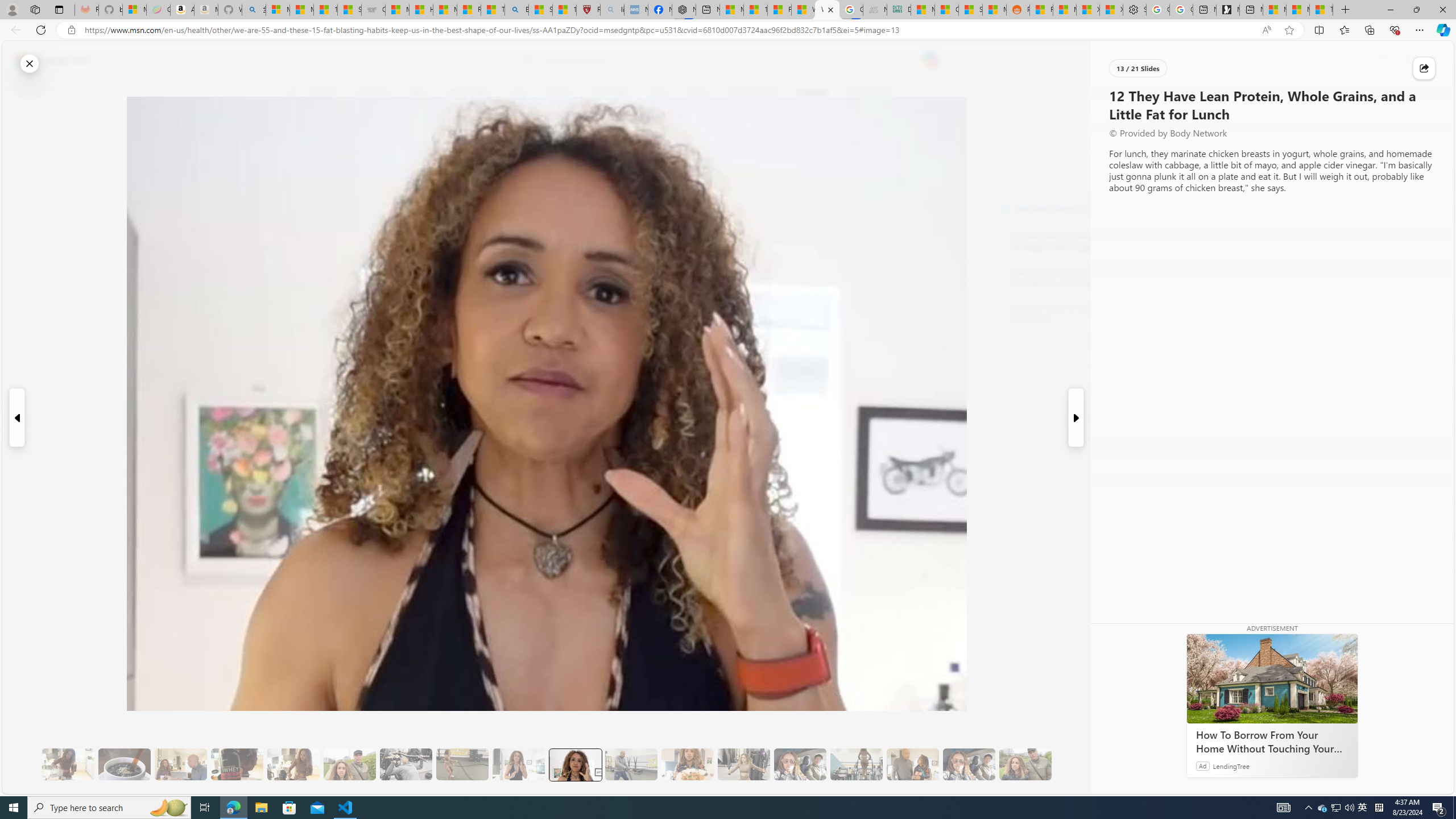 This screenshot has width=1456, height=819. I want to click on 'Previous Slide', so click(16, 417).